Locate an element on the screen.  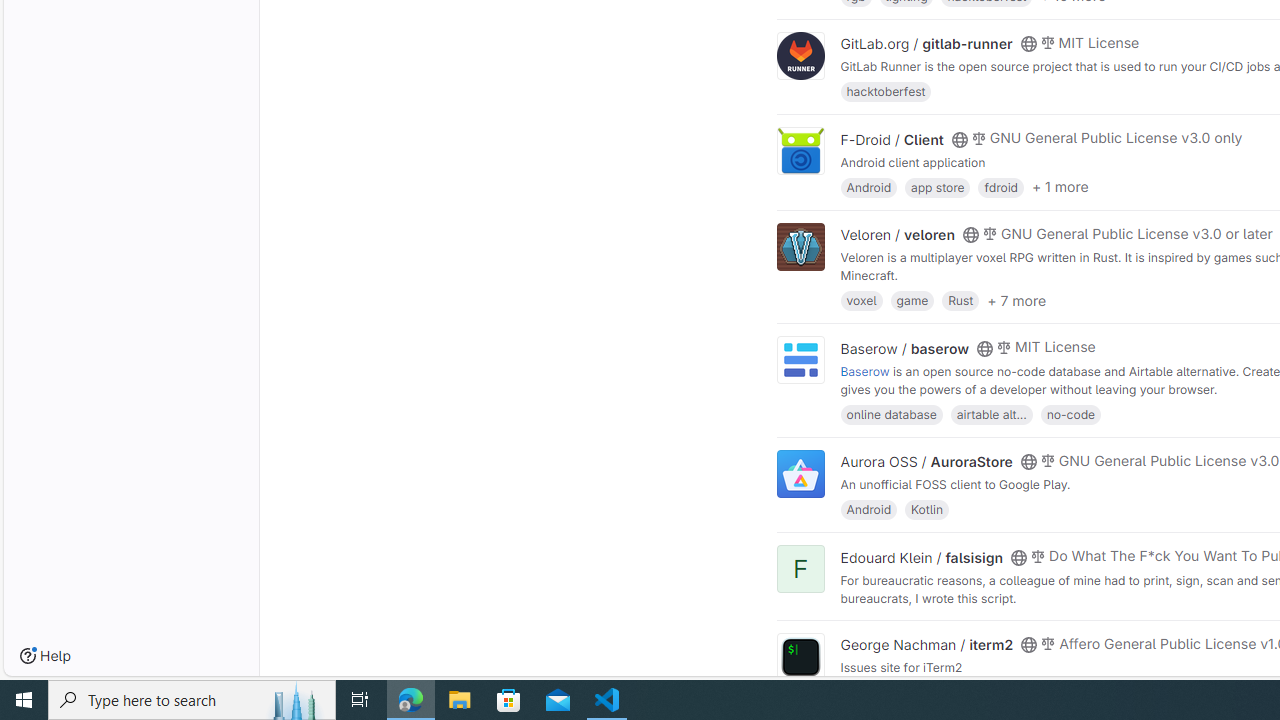
'Edouard Klein / falsisign' is located at coordinates (920, 556).